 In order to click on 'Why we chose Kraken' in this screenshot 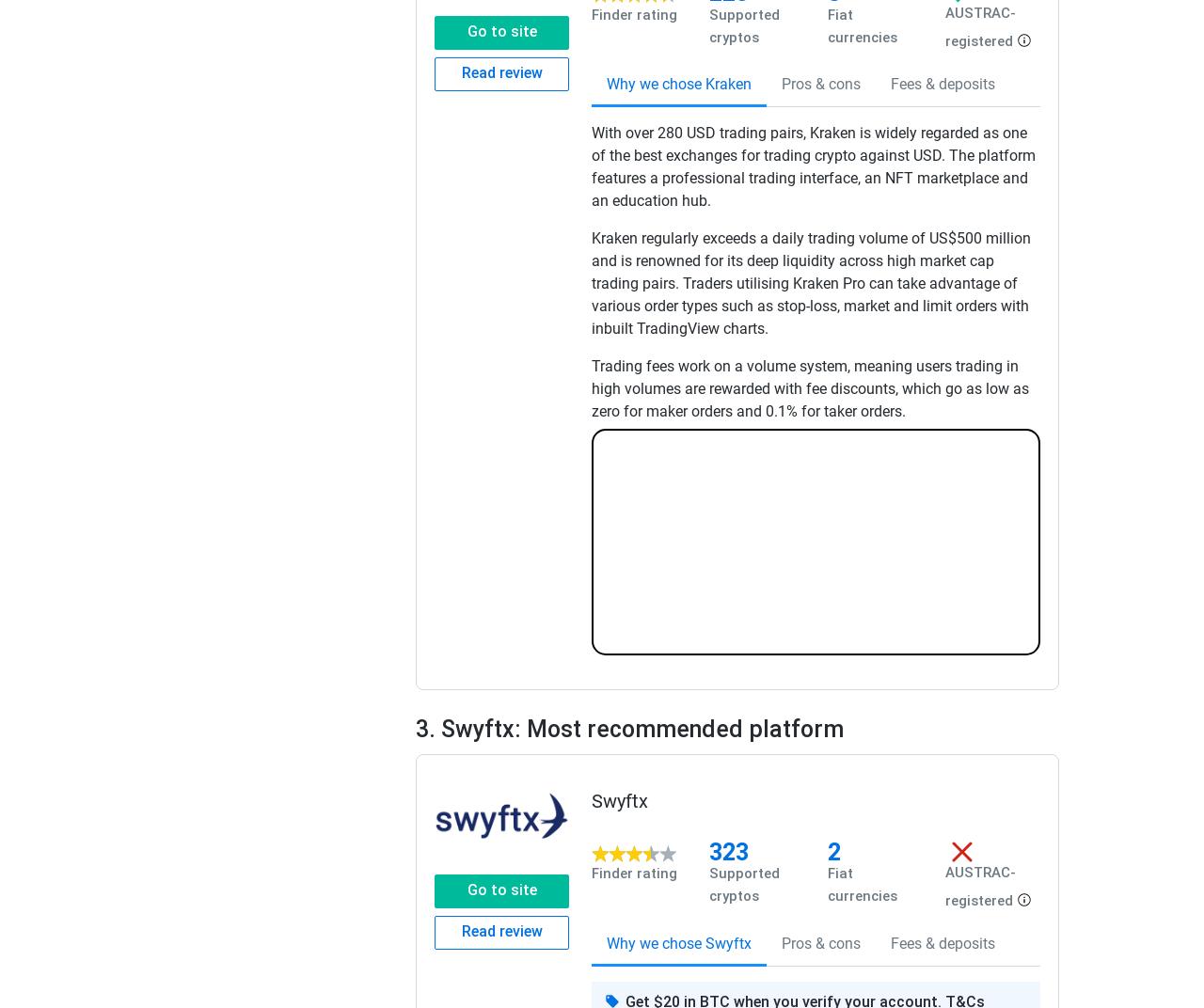, I will do `click(678, 84)`.